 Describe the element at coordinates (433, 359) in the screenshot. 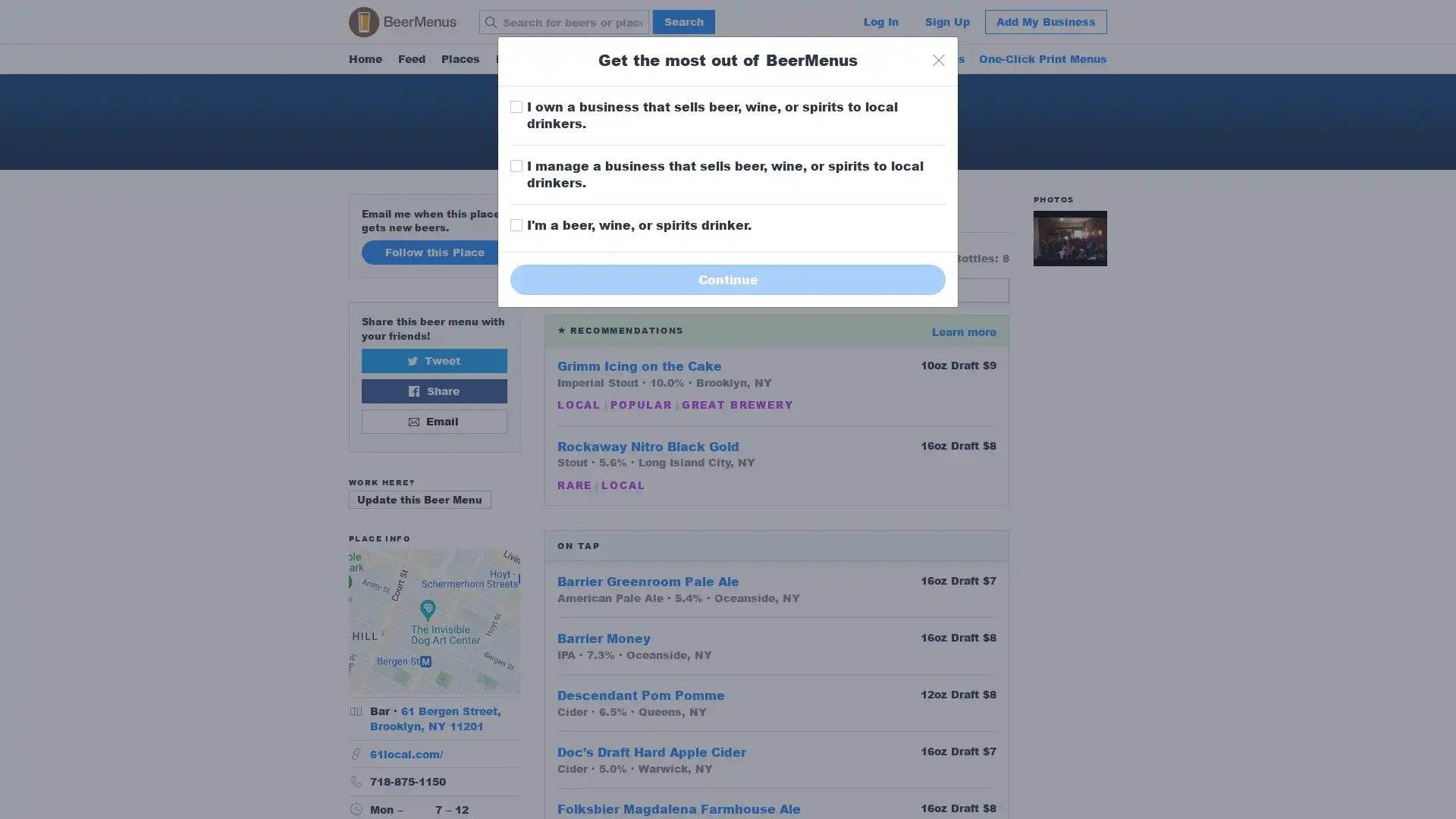

I see `Tweet` at that location.